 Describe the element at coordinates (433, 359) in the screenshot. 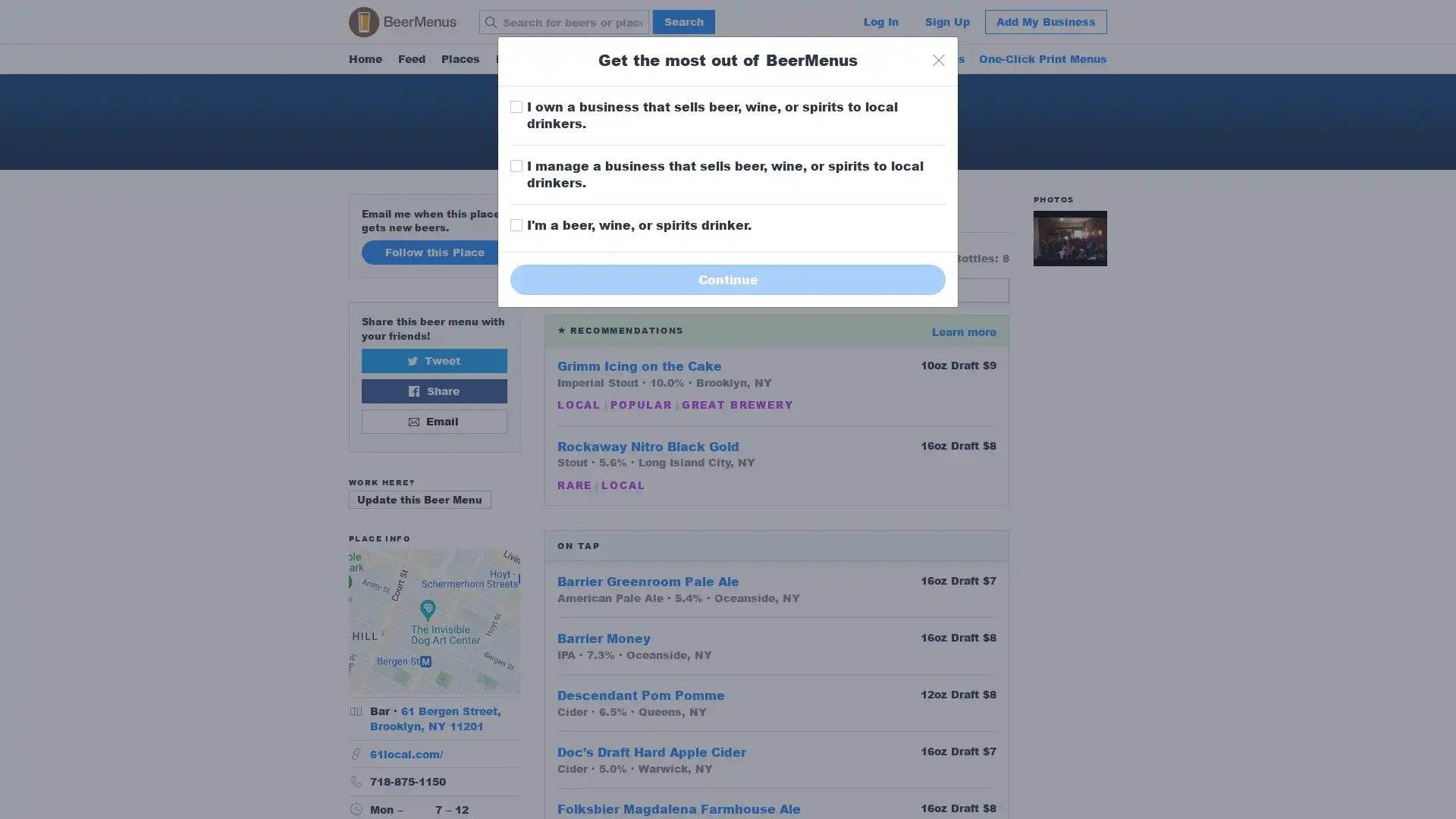

I see `Tweet` at that location.